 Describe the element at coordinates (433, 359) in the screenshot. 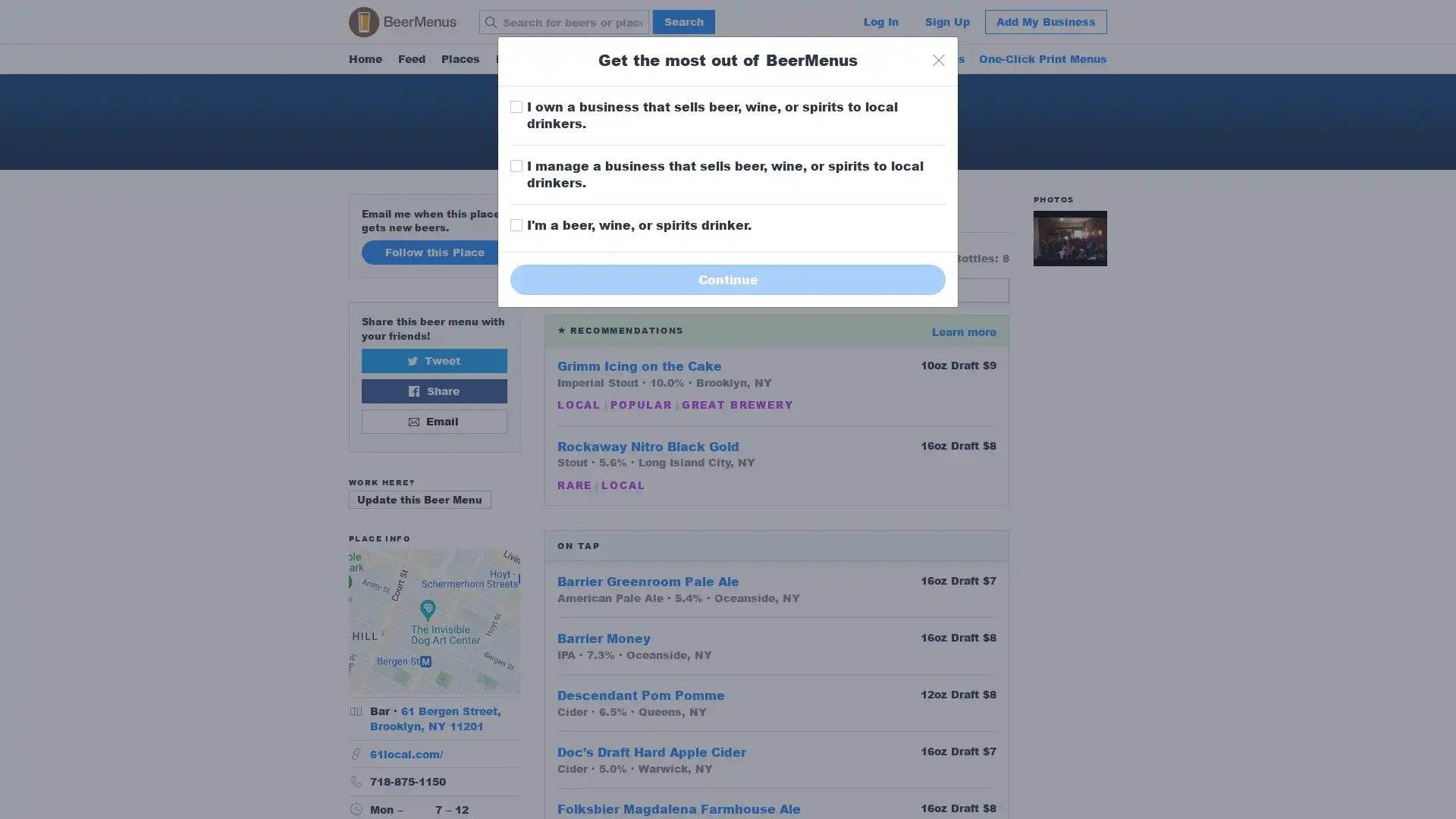

I see `Tweet` at that location.